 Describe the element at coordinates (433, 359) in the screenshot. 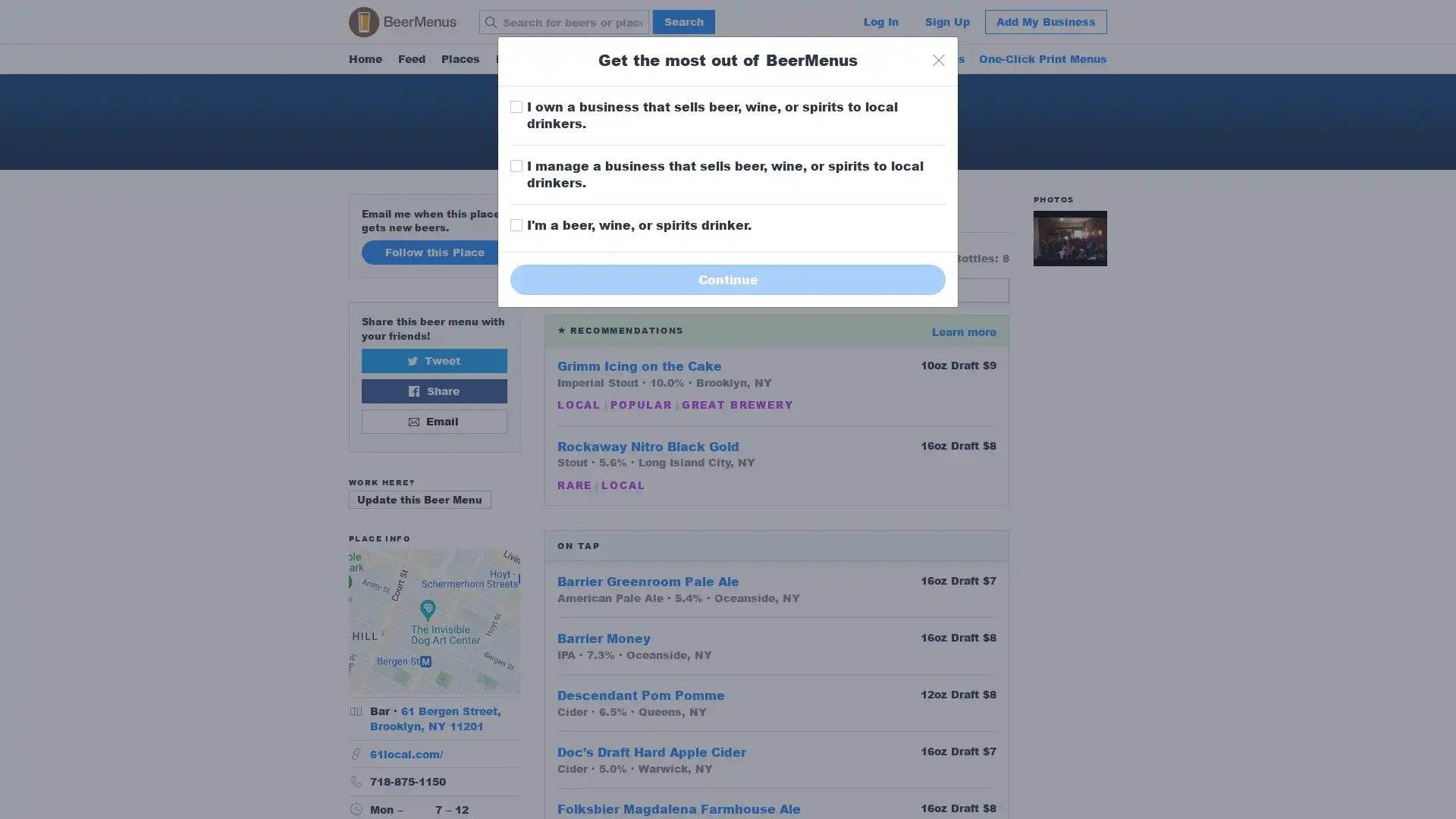

I see `Tweet` at that location.